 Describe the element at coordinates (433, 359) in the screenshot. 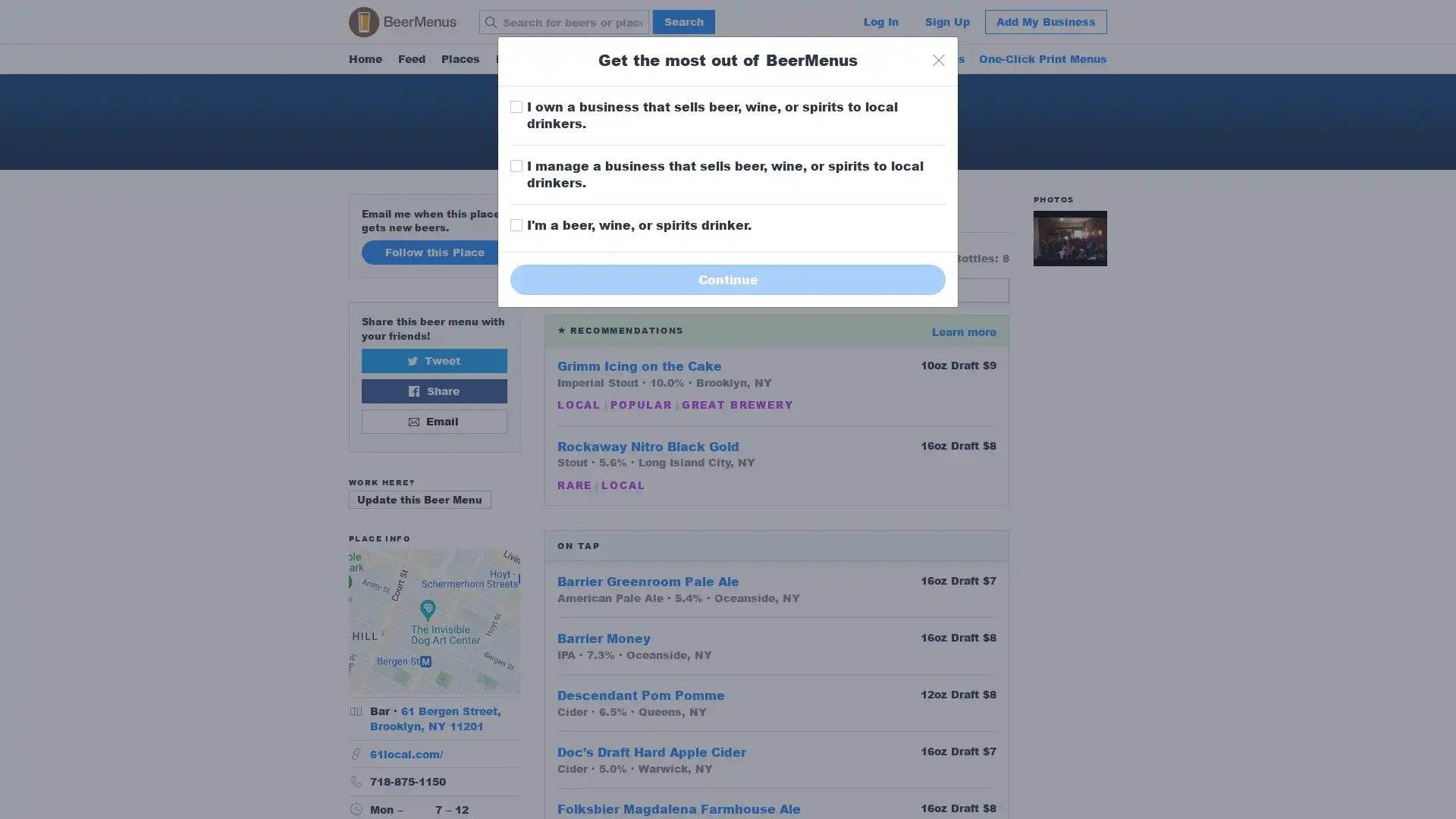

I see `Tweet` at that location.